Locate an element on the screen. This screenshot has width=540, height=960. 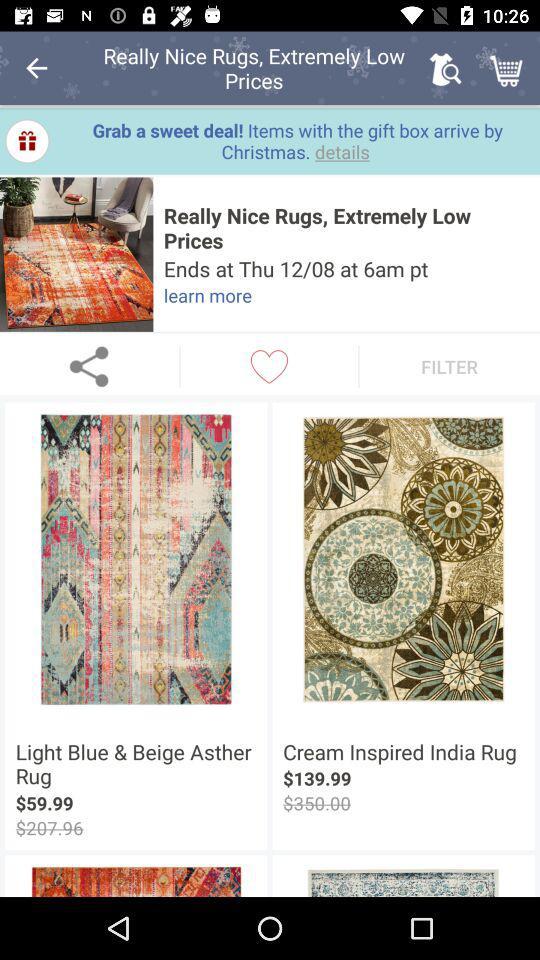
the icon to the right of really nice rugs icon is located at coordinates (445, 68).